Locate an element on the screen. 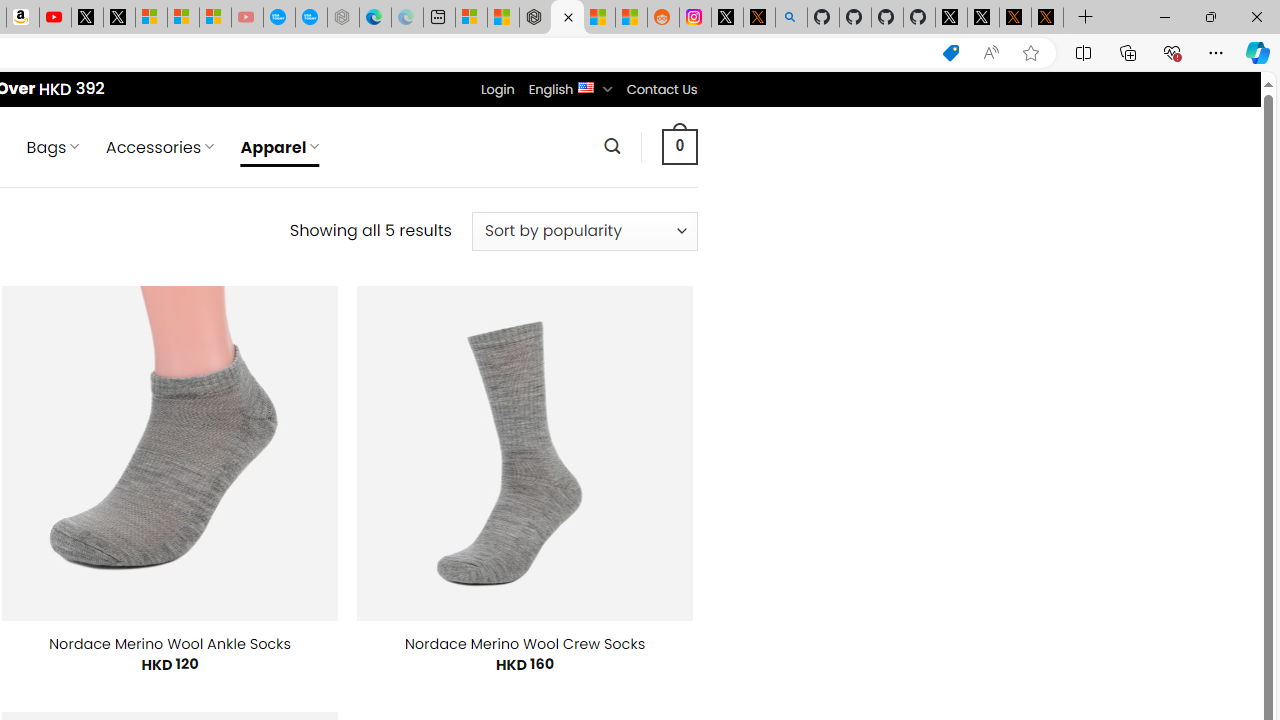 Image resolution: width=1280 pixels, height=720 pixels. 'Shop order' is located at coordinates (583, 230).